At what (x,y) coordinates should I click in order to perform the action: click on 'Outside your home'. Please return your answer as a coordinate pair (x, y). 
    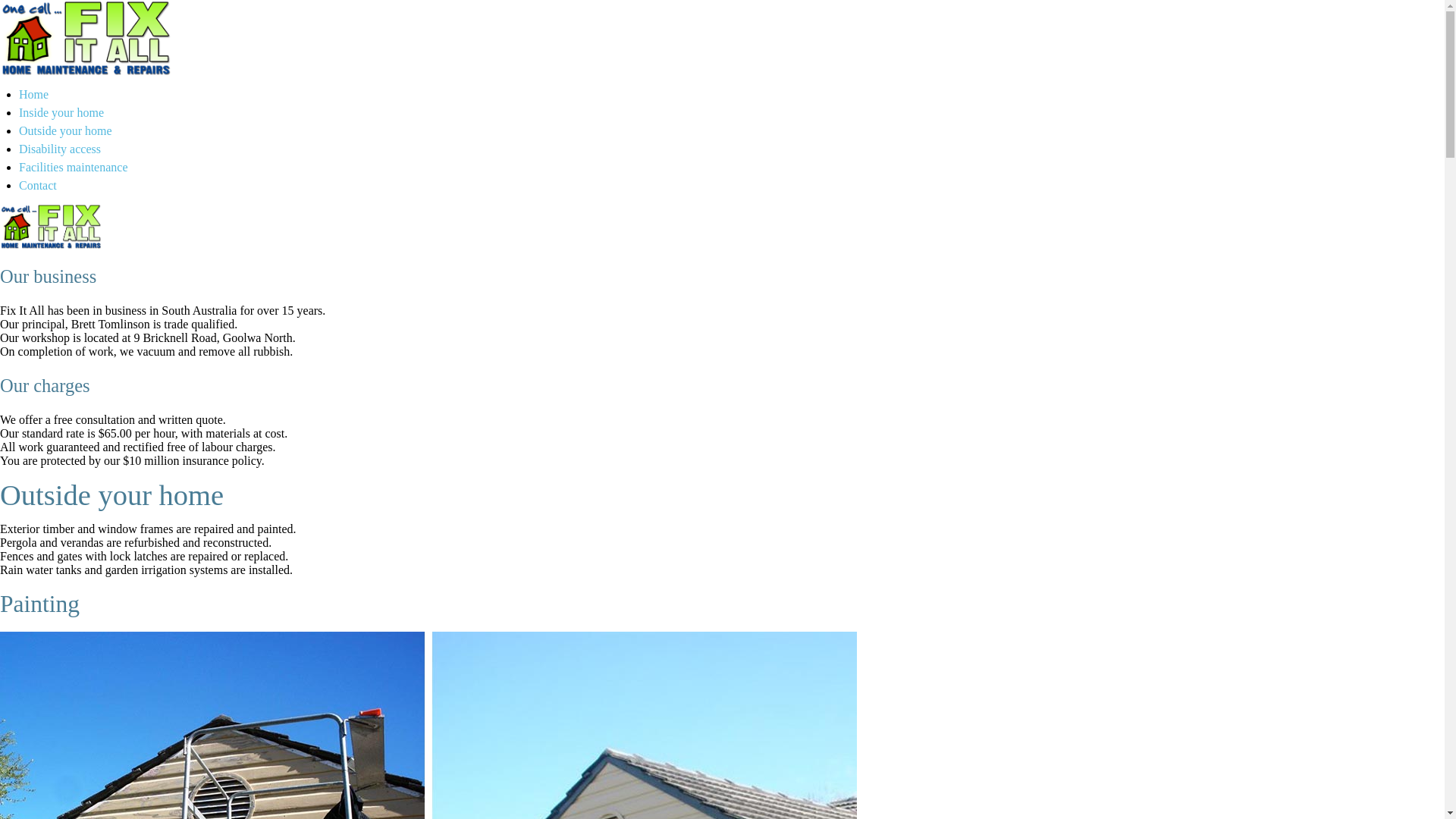
    Looking at the image, I should click on (64, 130).